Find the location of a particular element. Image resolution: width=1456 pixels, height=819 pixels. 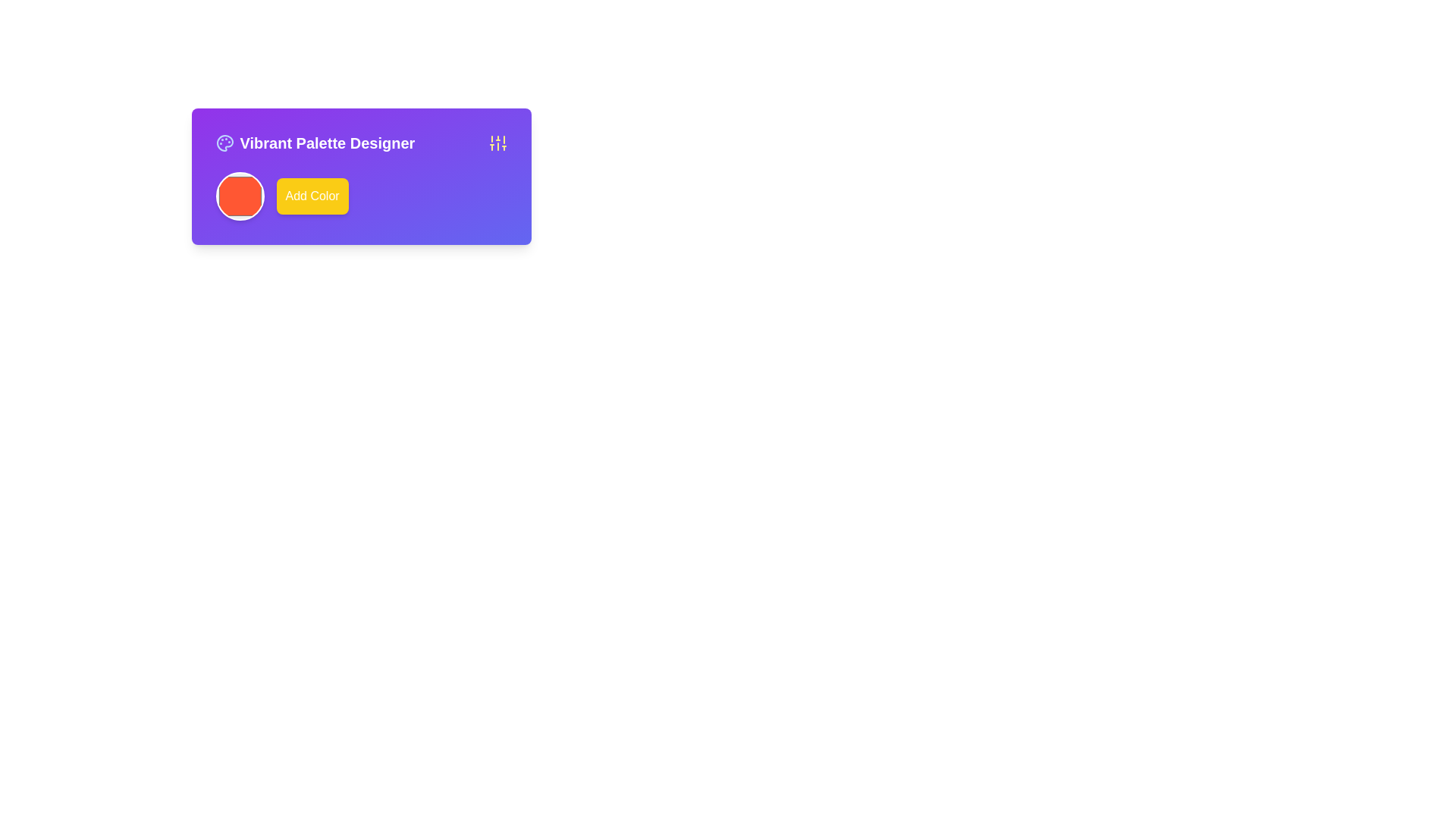

the 'Add Color' button with a bright yellow background and white text is located at coordinates (312, 195).